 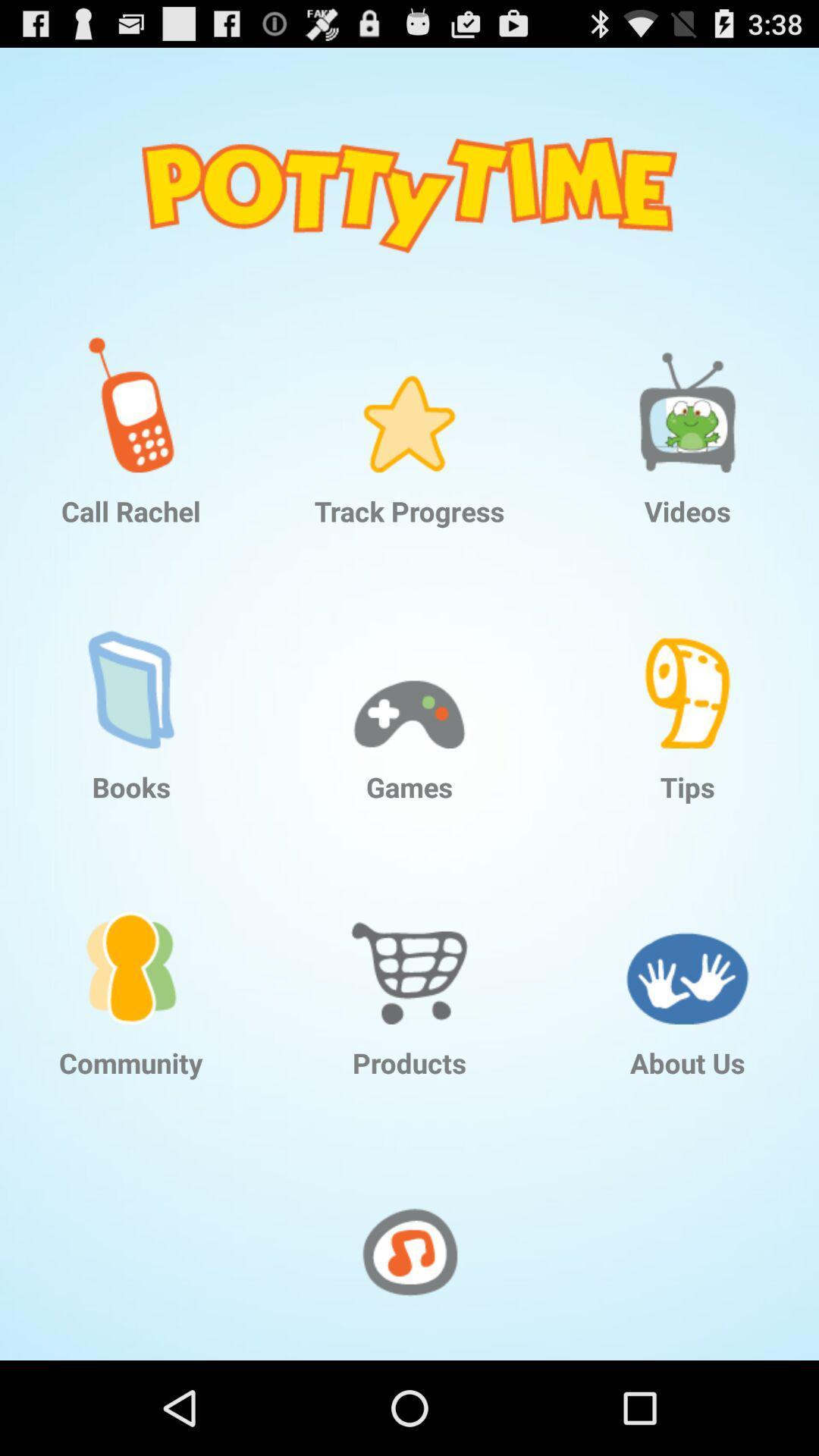 What do you see at coordinates (687, 668) in the screenshot?
I see `icon below videos` at bounding box center [687, 668].